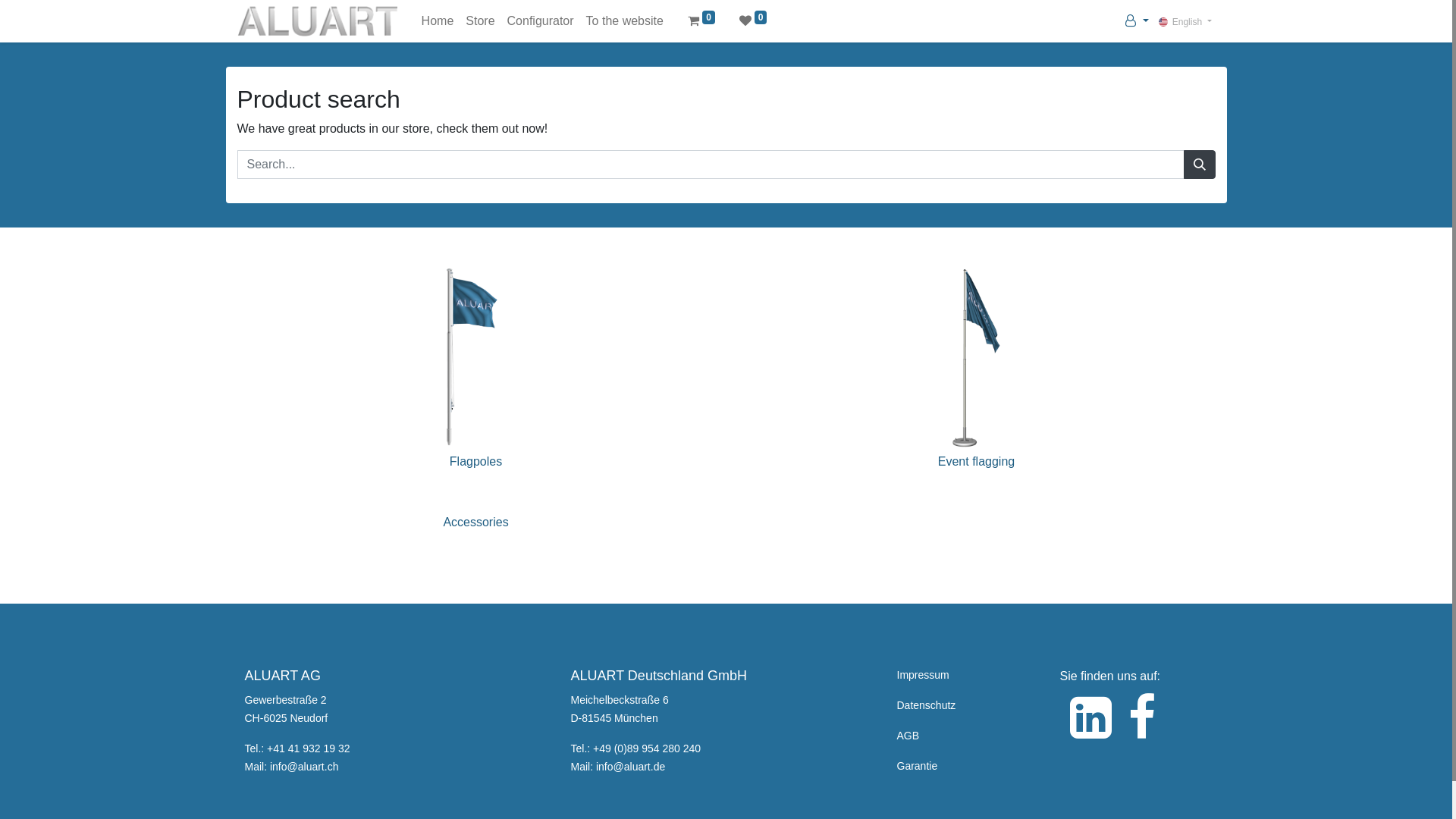 The height and width of the screenshot is (819, 1456). I want to click on 'AGB', so click(907, 734).